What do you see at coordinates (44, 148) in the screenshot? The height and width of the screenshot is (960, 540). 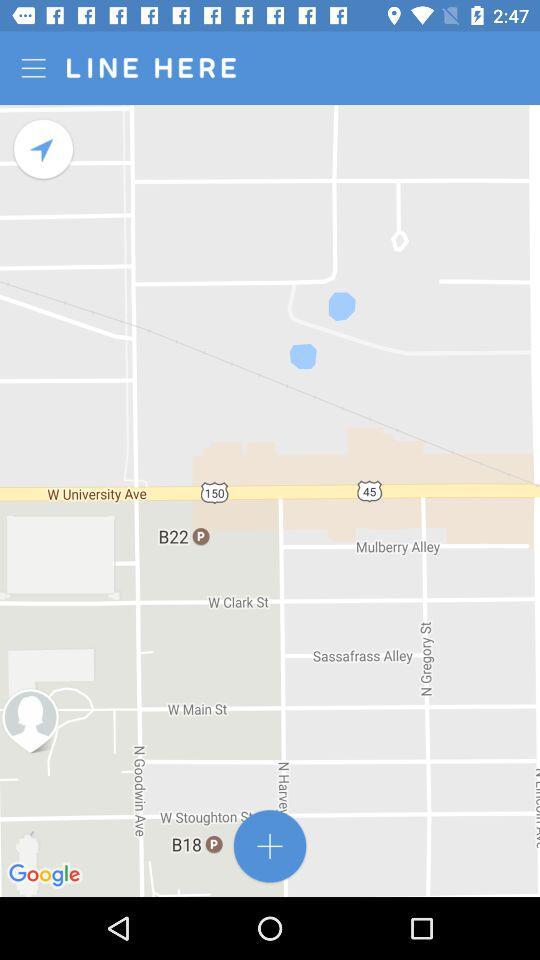 I see `the navigation icon` at bounding box center [44, 148].